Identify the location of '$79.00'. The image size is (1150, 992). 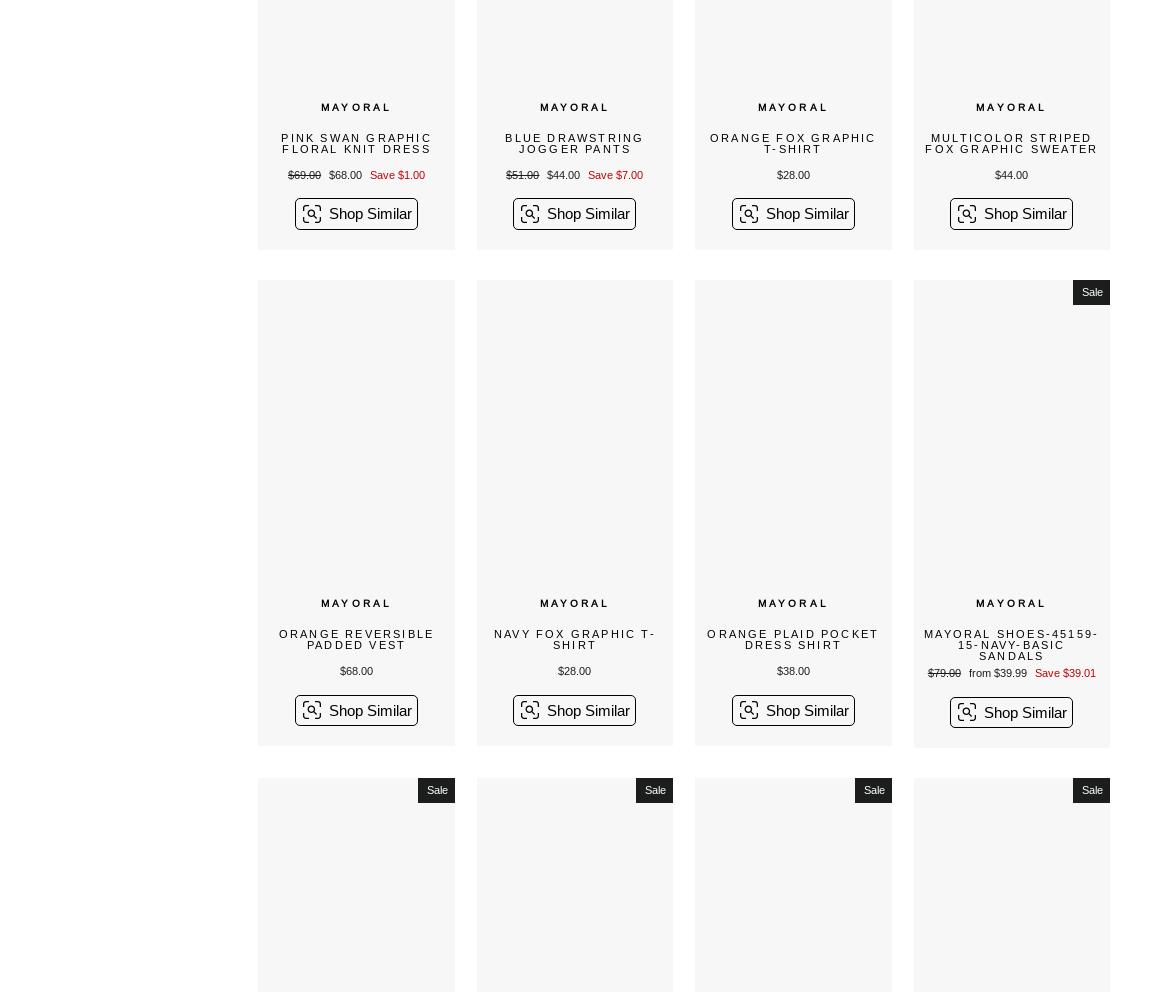
(943, 671).